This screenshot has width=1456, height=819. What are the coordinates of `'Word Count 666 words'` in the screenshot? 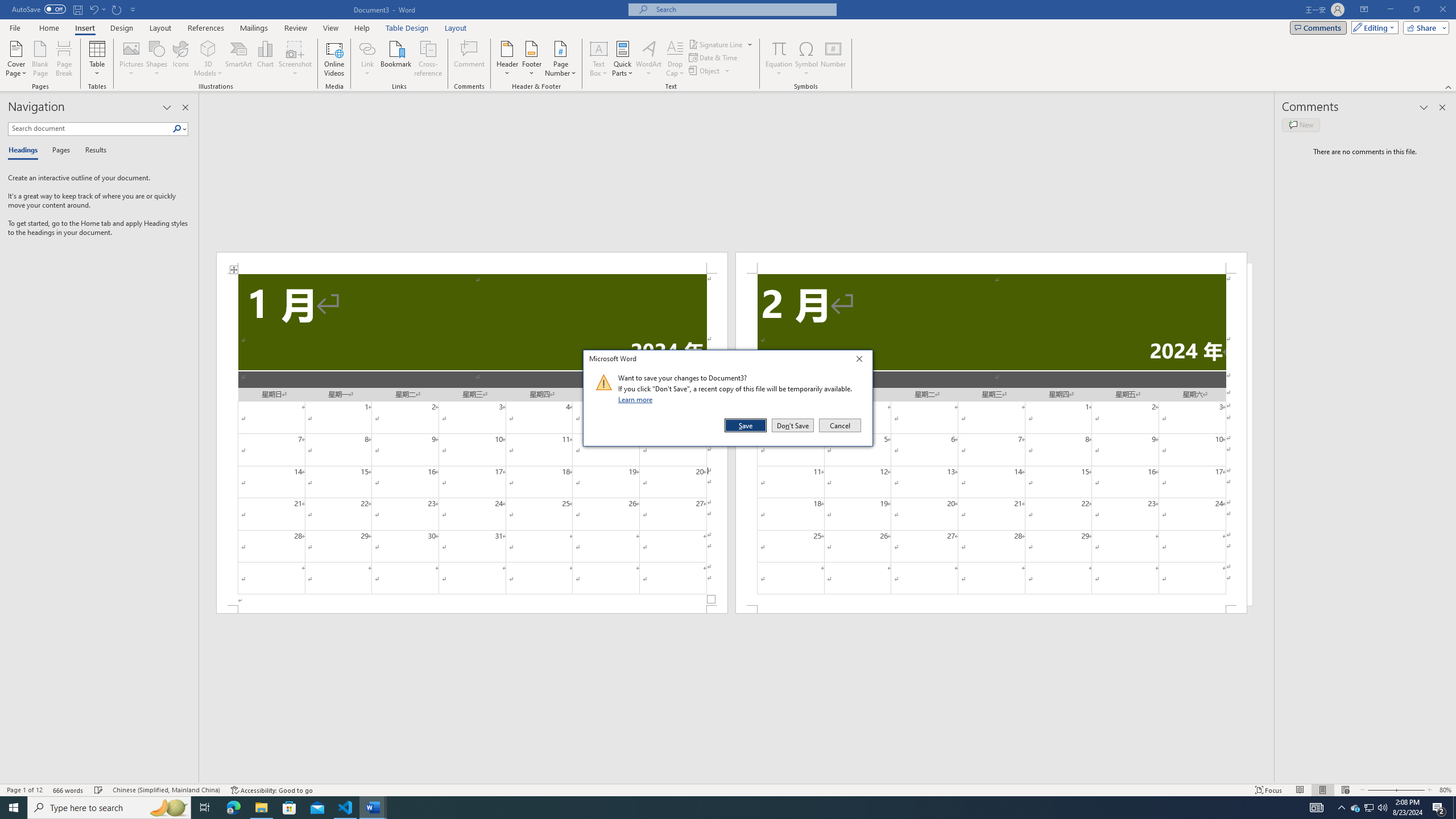 It's located at (69, 790).